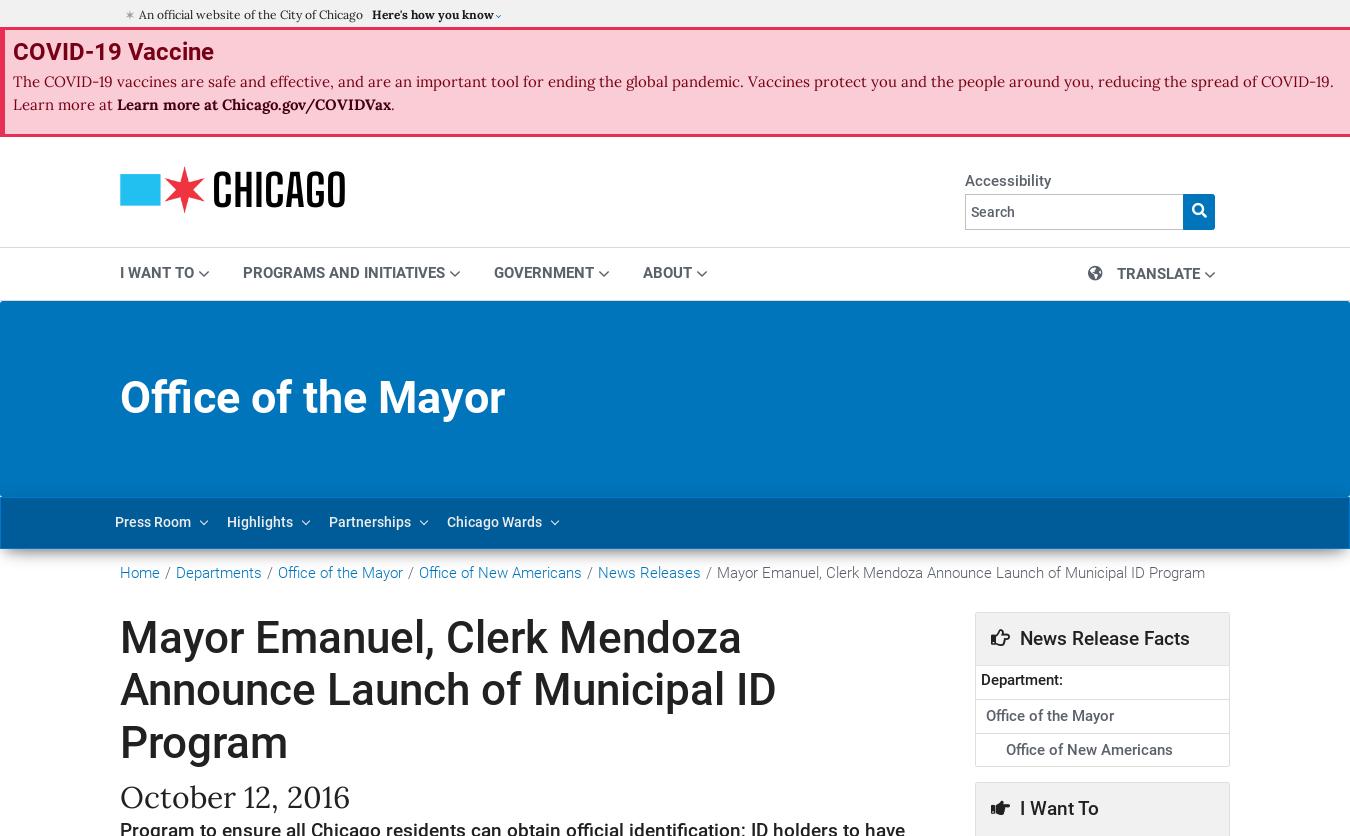 This screenshot has height=836, width=1350. I want to click on 'Home', so click(139, 570).